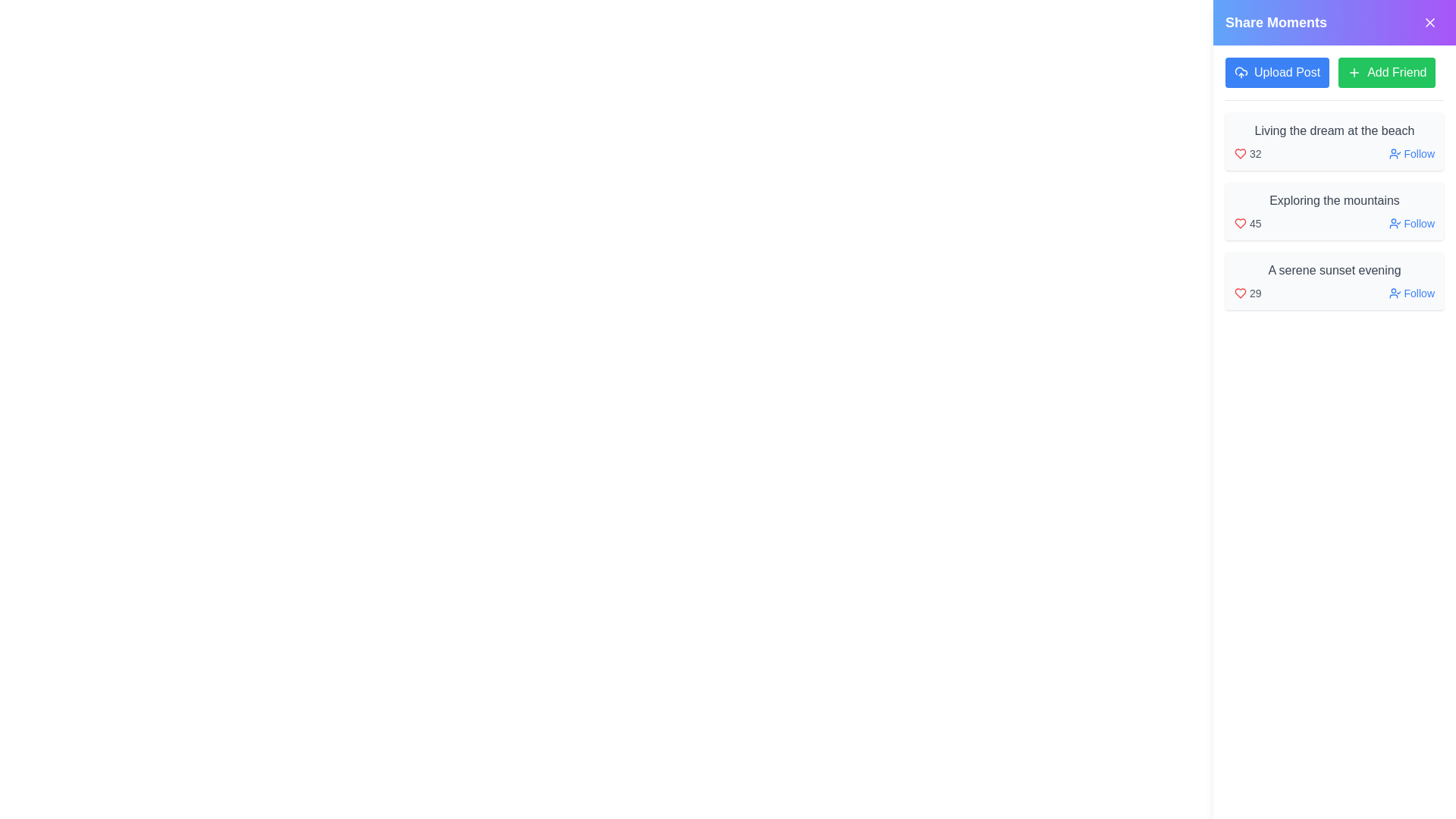 This screenshot has width=1456, height=819. What do you see at coordinates (1410, 293) in the screenshot?
I see `the 'Follow' button located in the card labeled 'A serene sunset evening', aligned to the right of the text '29', which allows users to follow the associated account or topic` at bounding box center [1410, 293].